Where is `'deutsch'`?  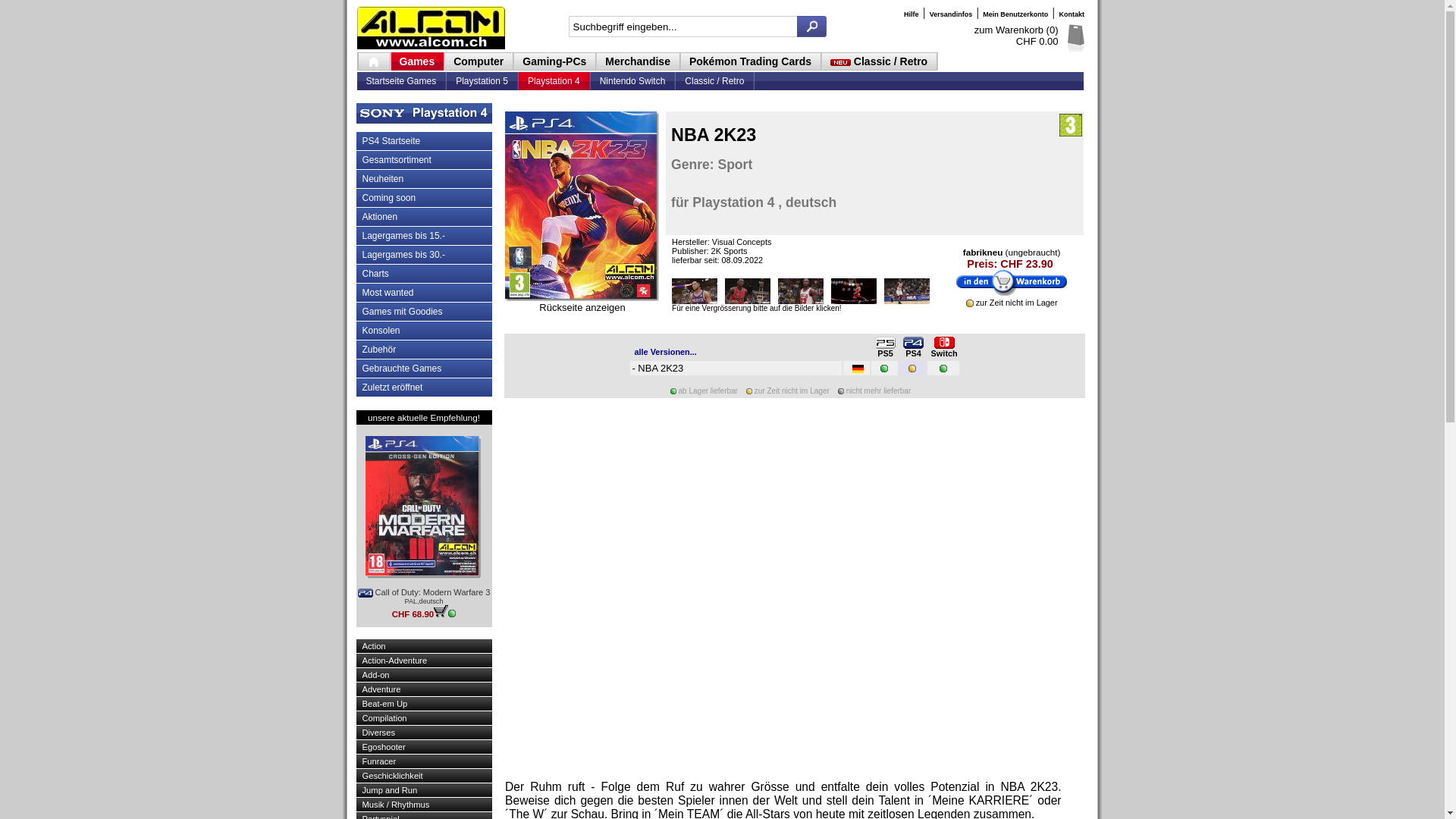
'deutsch' is located at coordinates (858, 369).